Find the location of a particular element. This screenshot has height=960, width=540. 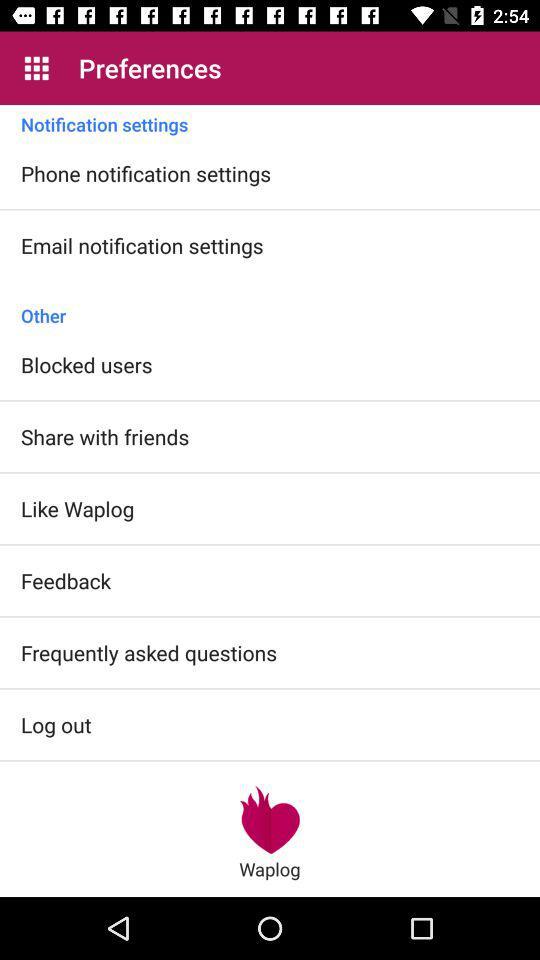

like waplog is located at coordinates (76, 507).